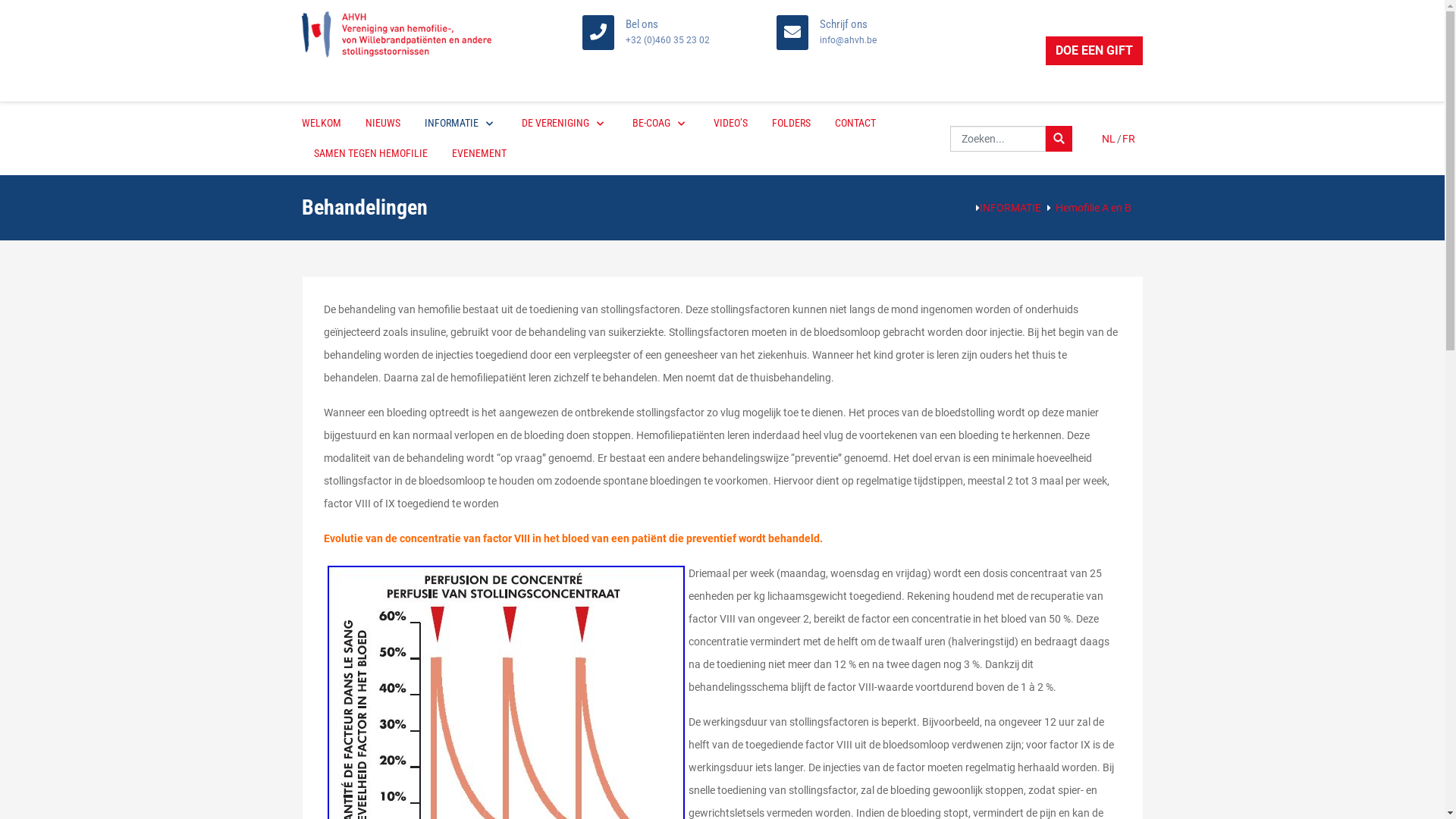 The image size is (1456, 819). I want to click on 'Hemofilie A en B', so click(1055, 207).